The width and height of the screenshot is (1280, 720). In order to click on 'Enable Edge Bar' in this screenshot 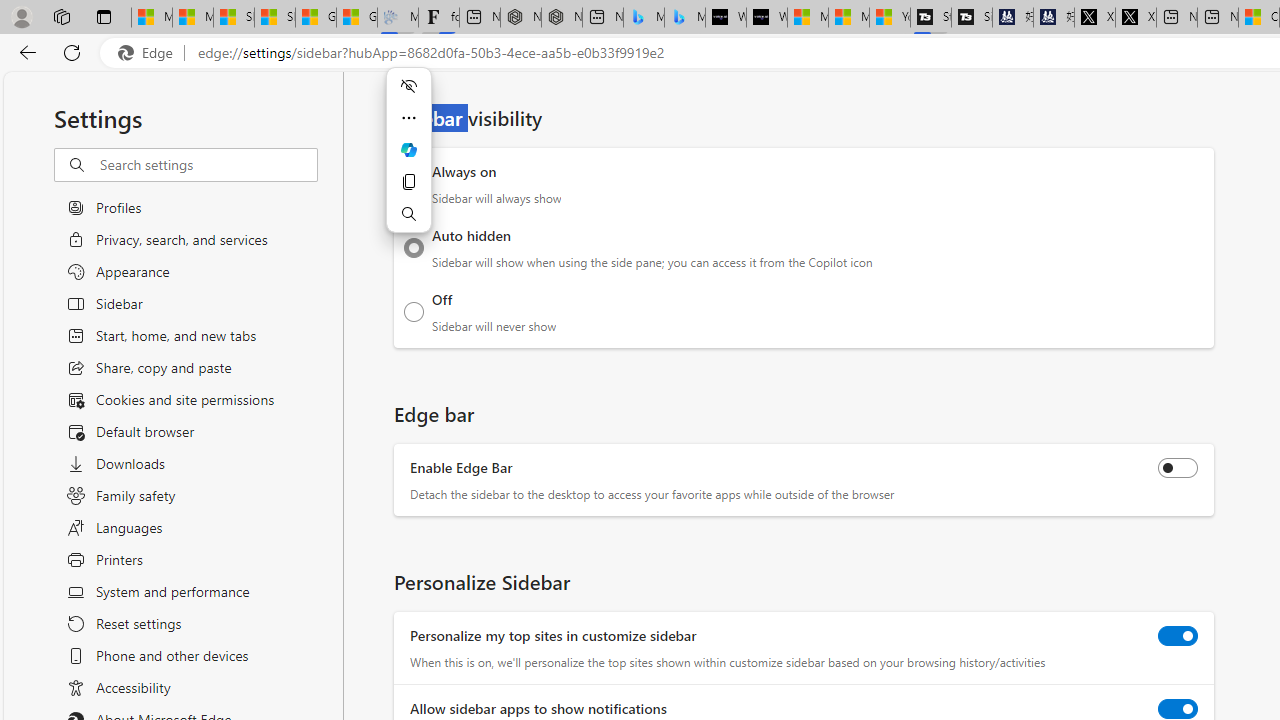, I will do `click(1178, 468)`.